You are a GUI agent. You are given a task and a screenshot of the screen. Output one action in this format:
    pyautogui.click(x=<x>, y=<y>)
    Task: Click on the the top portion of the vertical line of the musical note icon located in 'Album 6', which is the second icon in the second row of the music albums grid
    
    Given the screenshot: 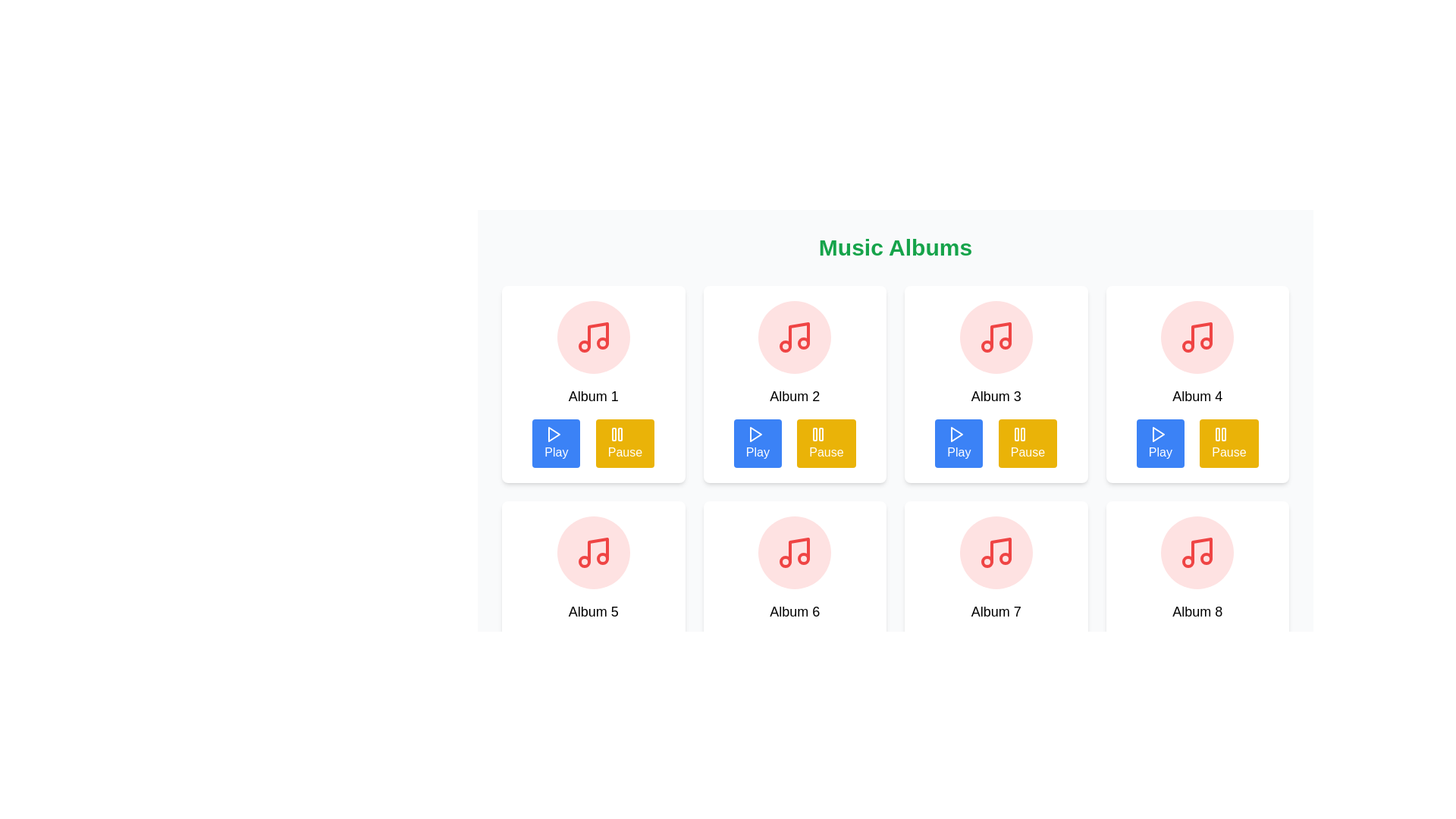 What is the action you would take?
    pyautogui.click(x=799, y=550)
    